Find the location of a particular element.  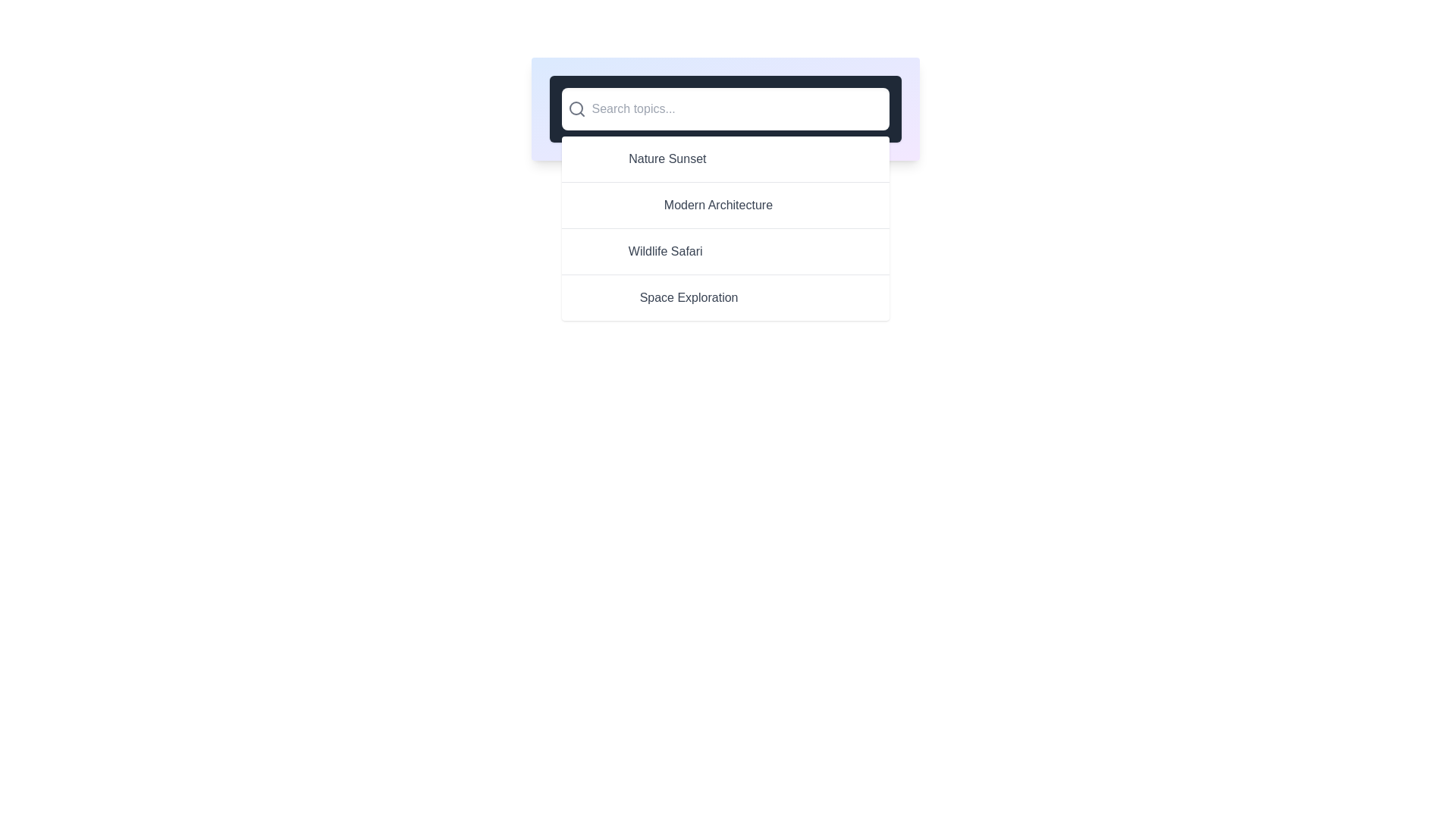

the 'Nature Sunset' text label, which is the first option in the dropdown list below the 'Search topics...' input field is located at coordinates (667, 158).